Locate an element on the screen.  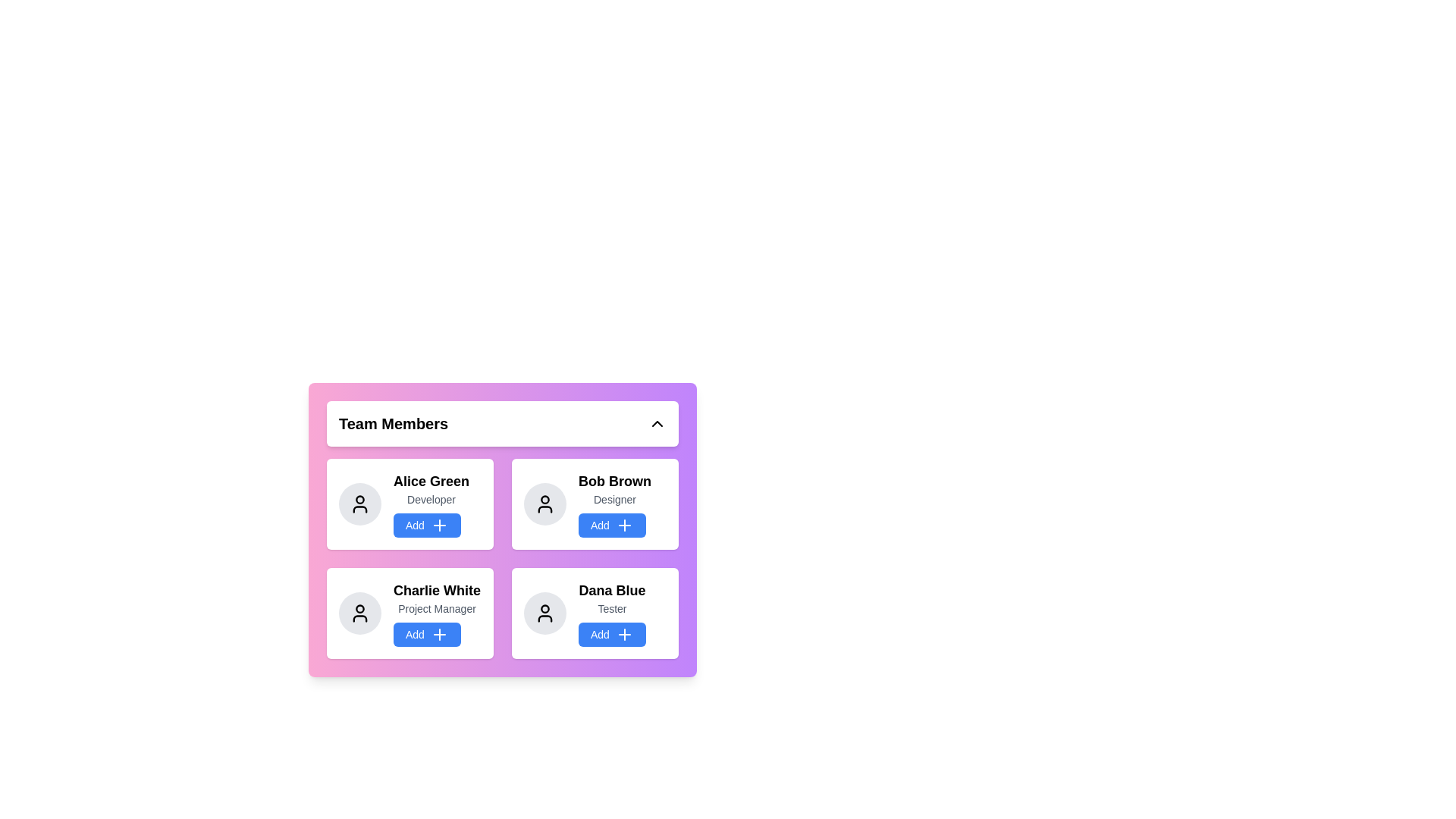
the circular profile picture placeholder icon associated with user 'Bob Brown' is located at coordinates (545, 500).